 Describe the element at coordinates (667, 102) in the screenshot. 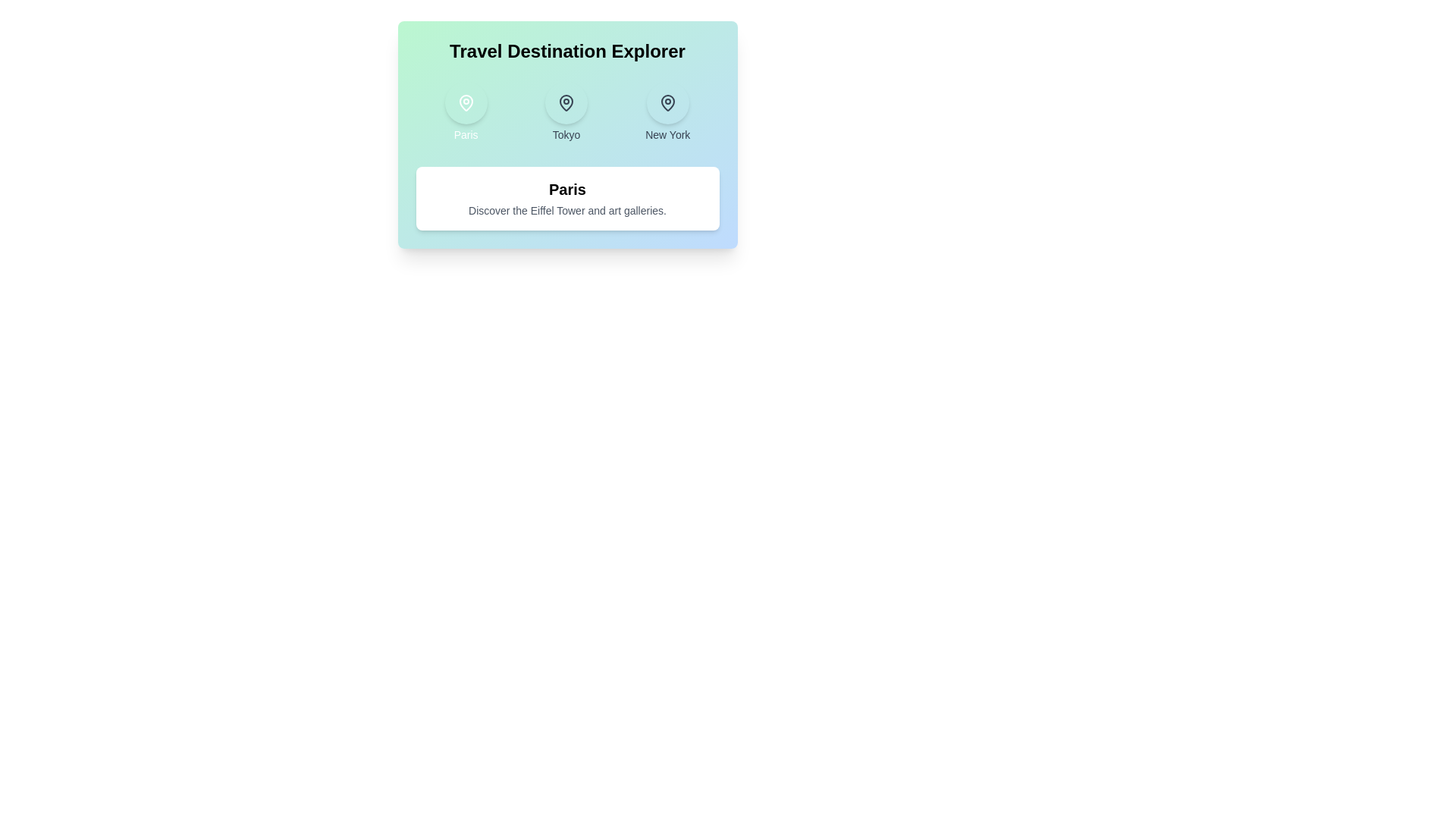

I see `the circular button with a map pin icon, which is the third button in the horizontal list under 'Travel Destination Explorer'` at that location.